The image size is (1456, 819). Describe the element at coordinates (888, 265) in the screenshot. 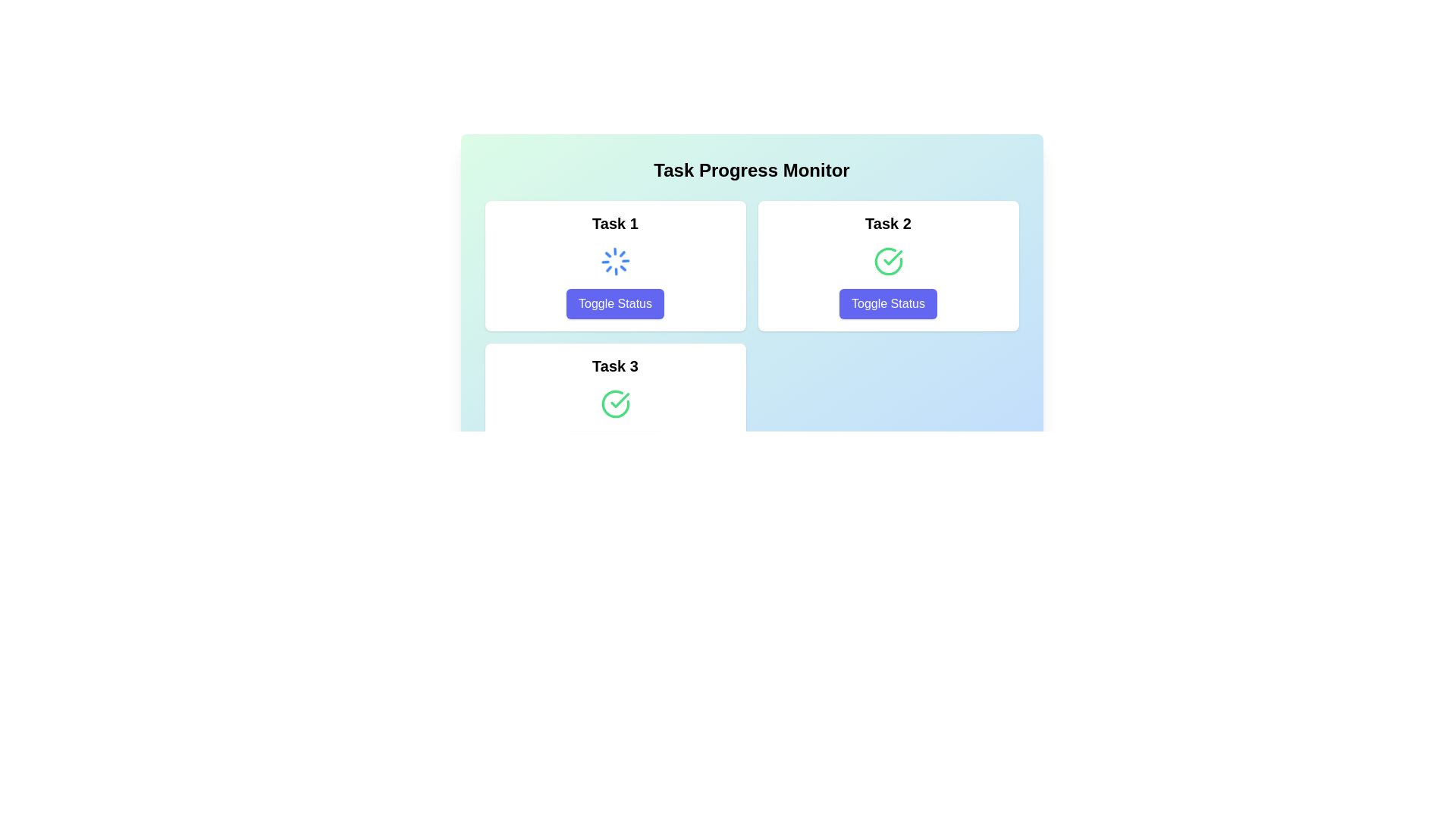

I see `the second task card in the task management interface` at that location.